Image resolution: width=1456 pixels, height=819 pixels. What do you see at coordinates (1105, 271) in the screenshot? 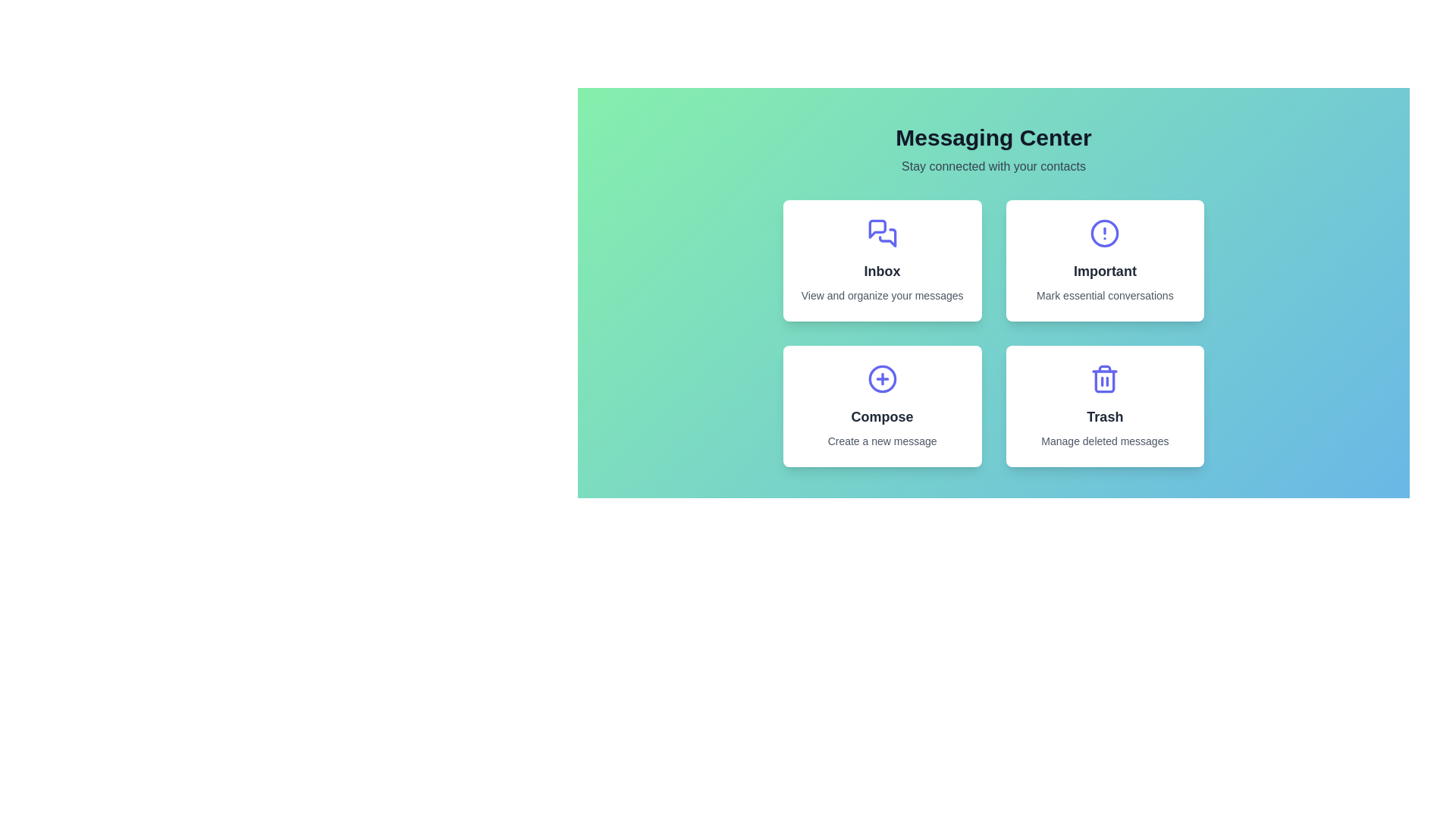
I see `the static text label displaying 'Important' which is styled in bold and slightly larger font, located within the card at the top-right of the layout` at bounding box center [1105, 271].